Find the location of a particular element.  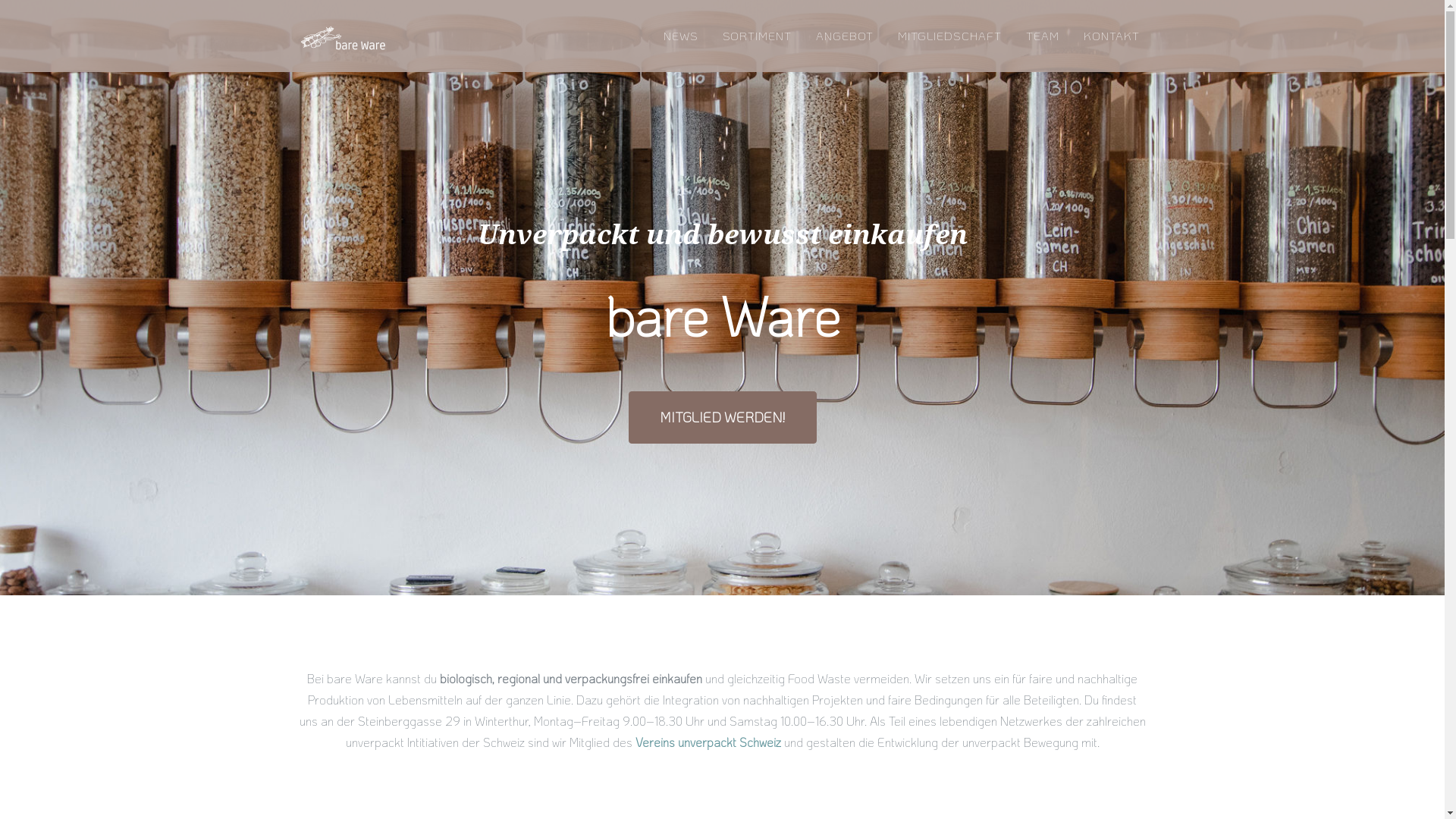

'Vereins unverpackt Schweiz' is located at coordinates (635, 741).